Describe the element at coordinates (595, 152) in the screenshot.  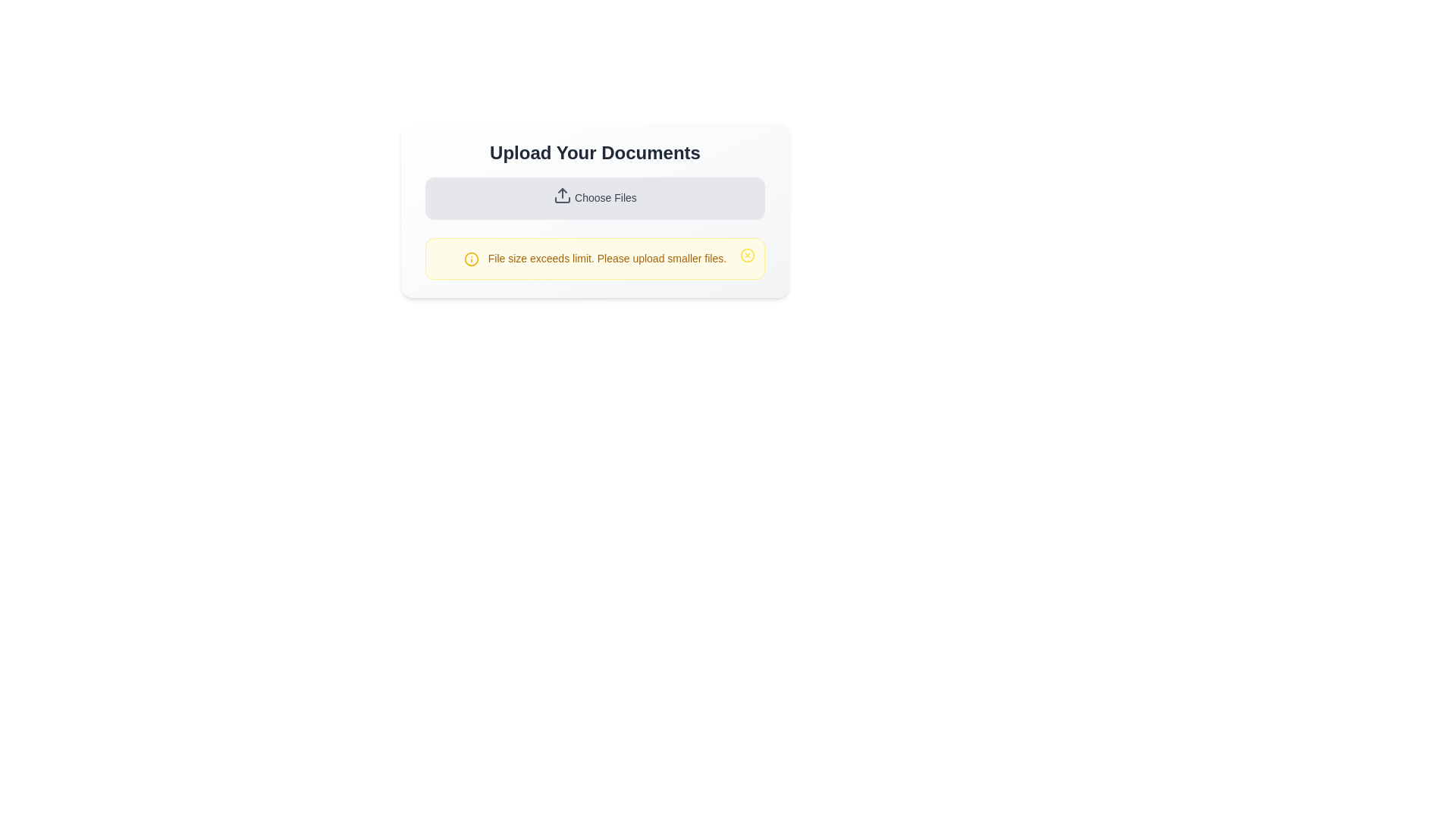
I see `the Text Label that serves as a title for the document upload section, positioned directly above the 'Choose Files' button` at that location.